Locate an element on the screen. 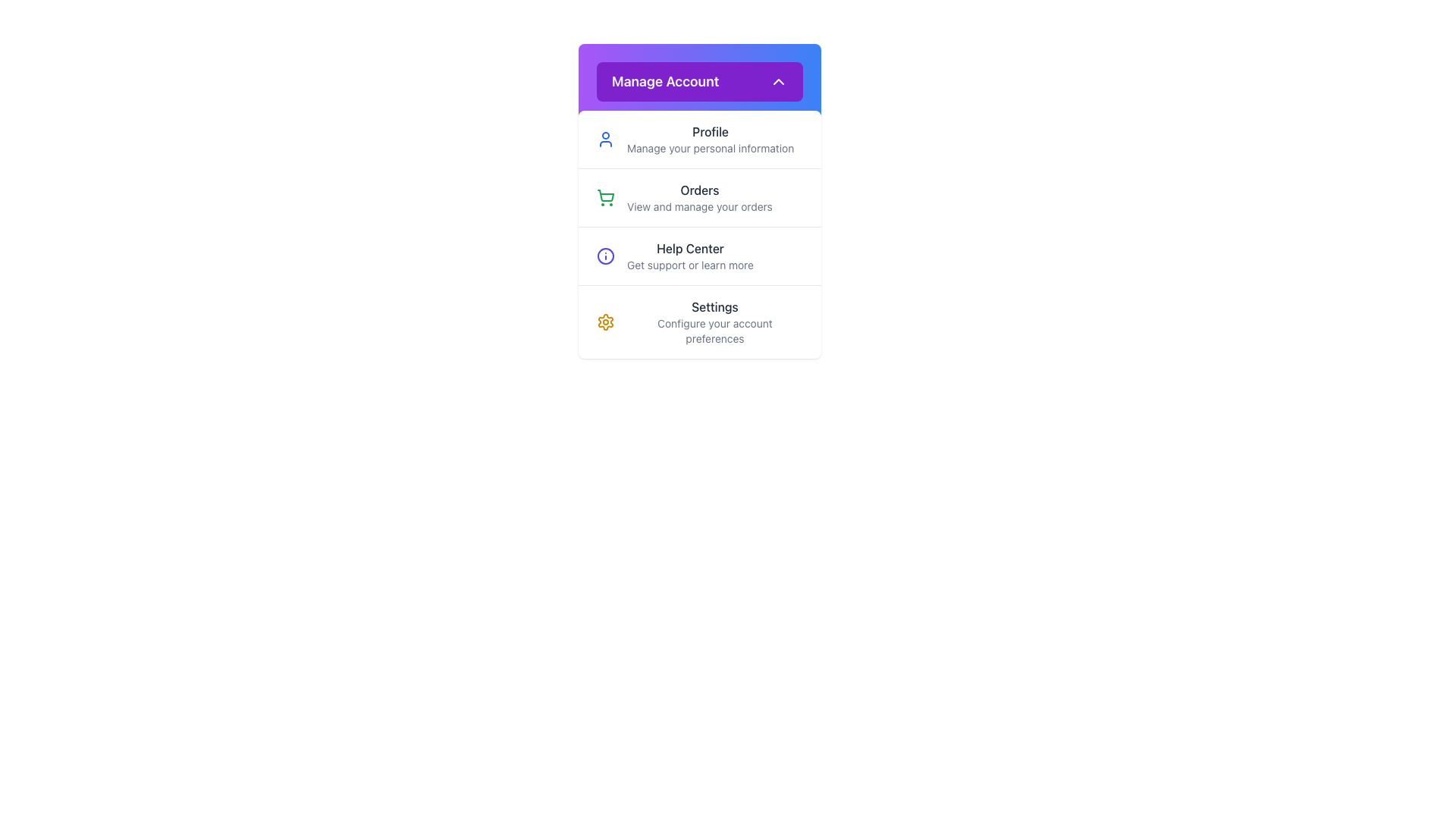 Image resolution: width=1456 pixels, height=819 pixels. the text label providing additional context about the 'Profile' section, located directly underneath the 'Profile' header in the account management dropdown is located at coordinates (710, 149).